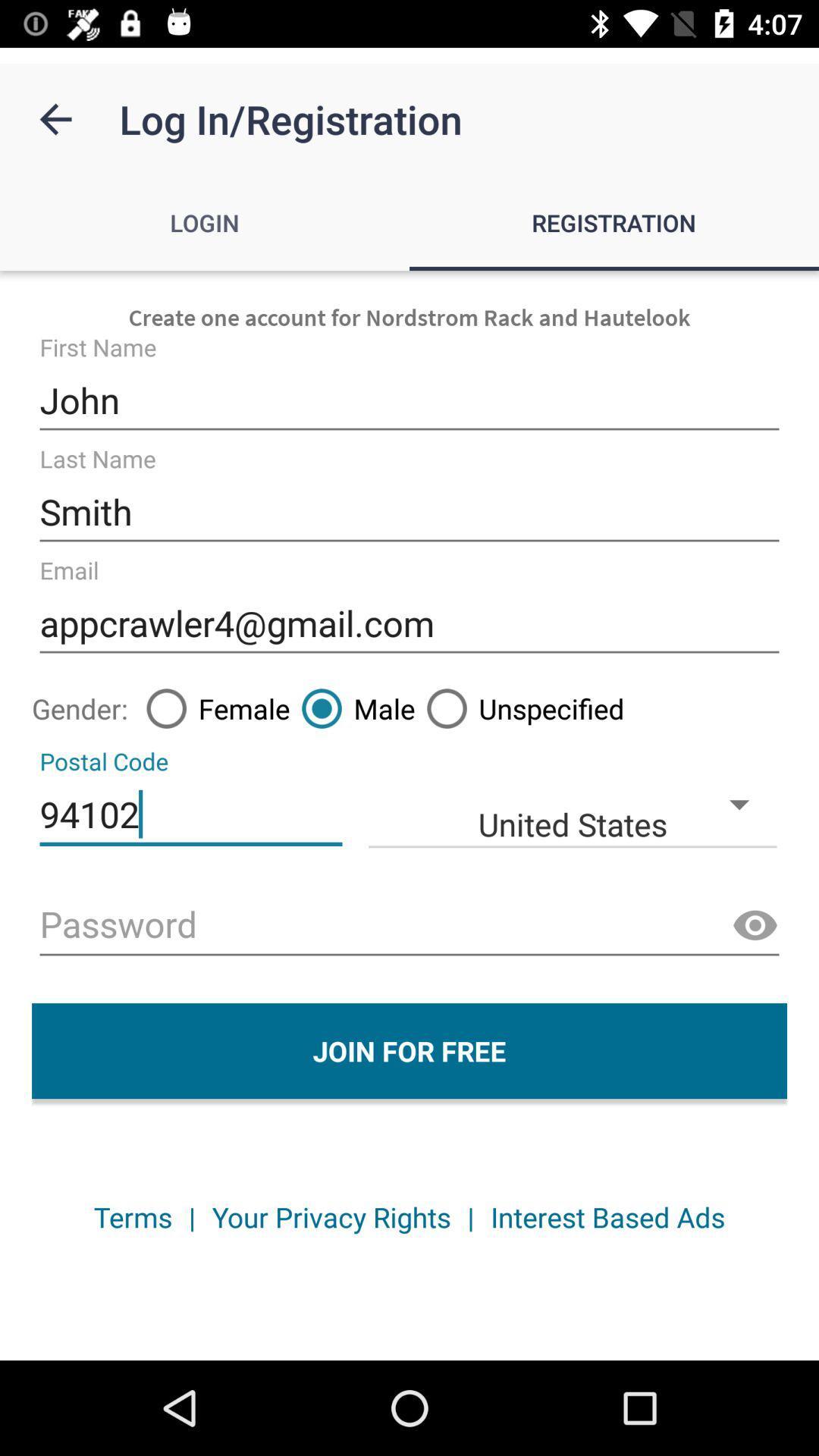 The image size is (819, 1456). Describe the element at coordinates (409, 925) in the screenshot. I see `open keyboard` at that location.